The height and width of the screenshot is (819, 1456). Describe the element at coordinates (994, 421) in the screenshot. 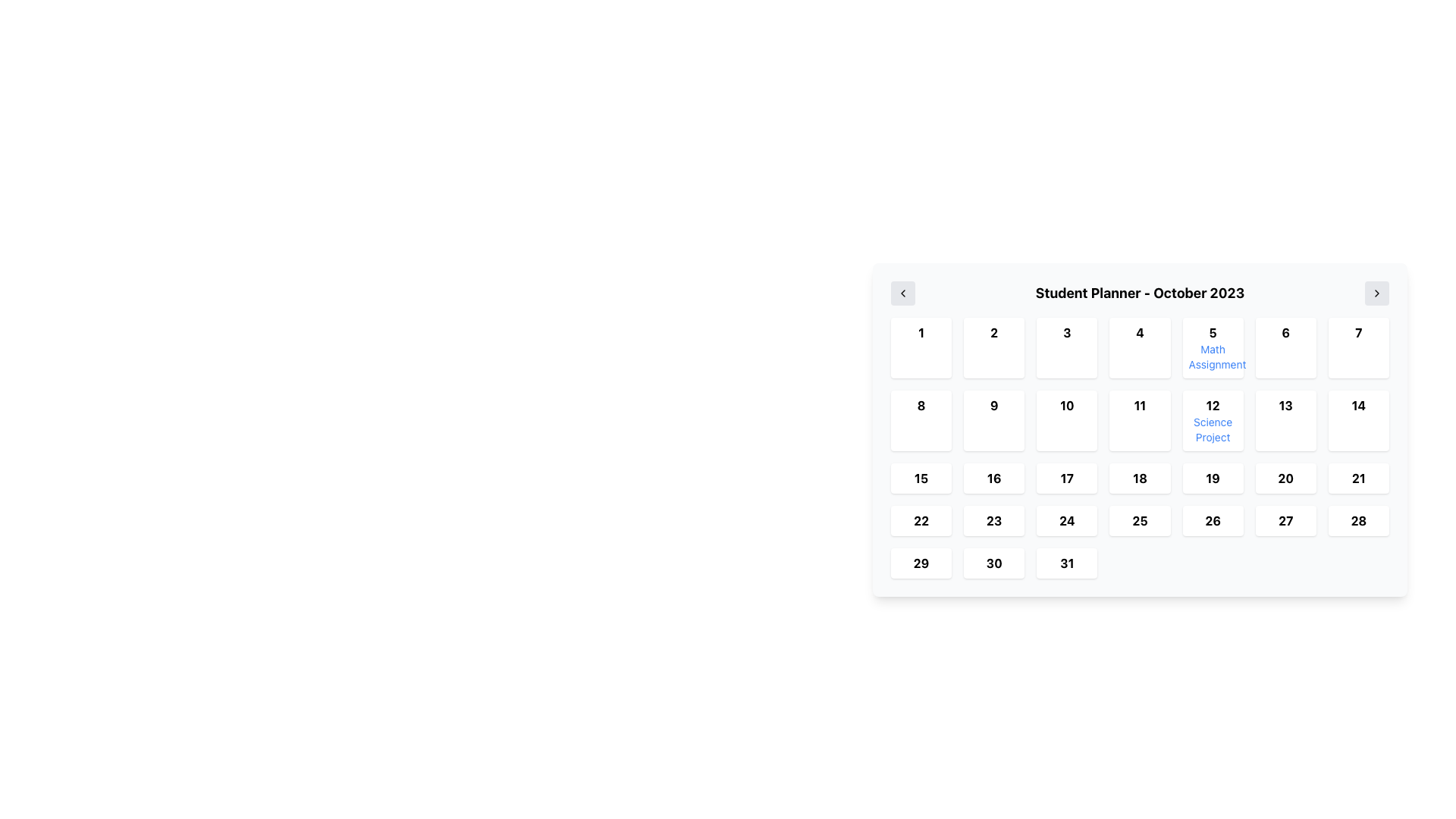

I see `the Calendar day box representing the 9th day in the monthly calendar view, located in the second column of the second row` at that location.